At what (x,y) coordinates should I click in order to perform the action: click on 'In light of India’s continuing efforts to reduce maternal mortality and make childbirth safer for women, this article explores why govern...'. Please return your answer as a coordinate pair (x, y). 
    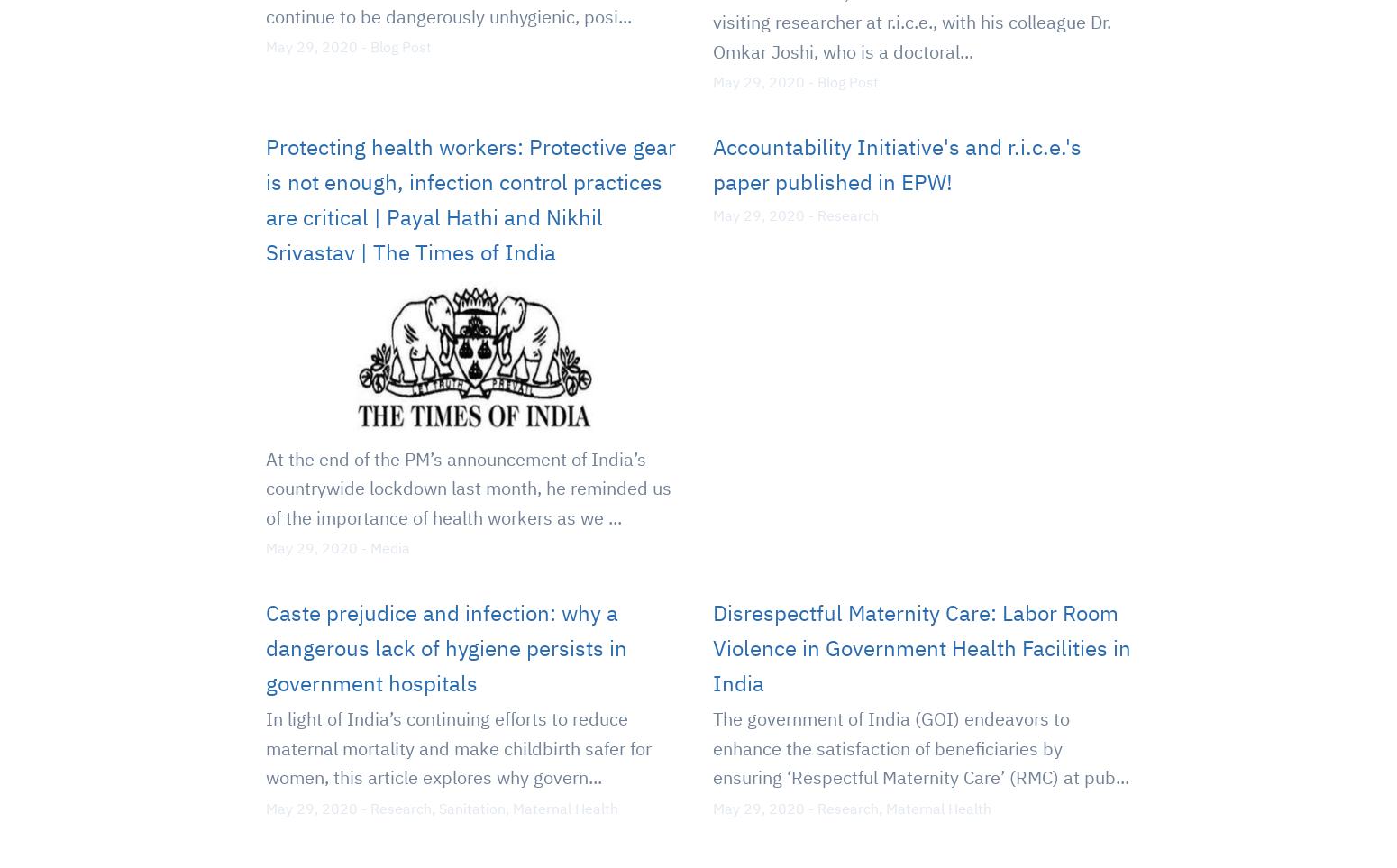
    Looking at the image, I should click on (265, 747).